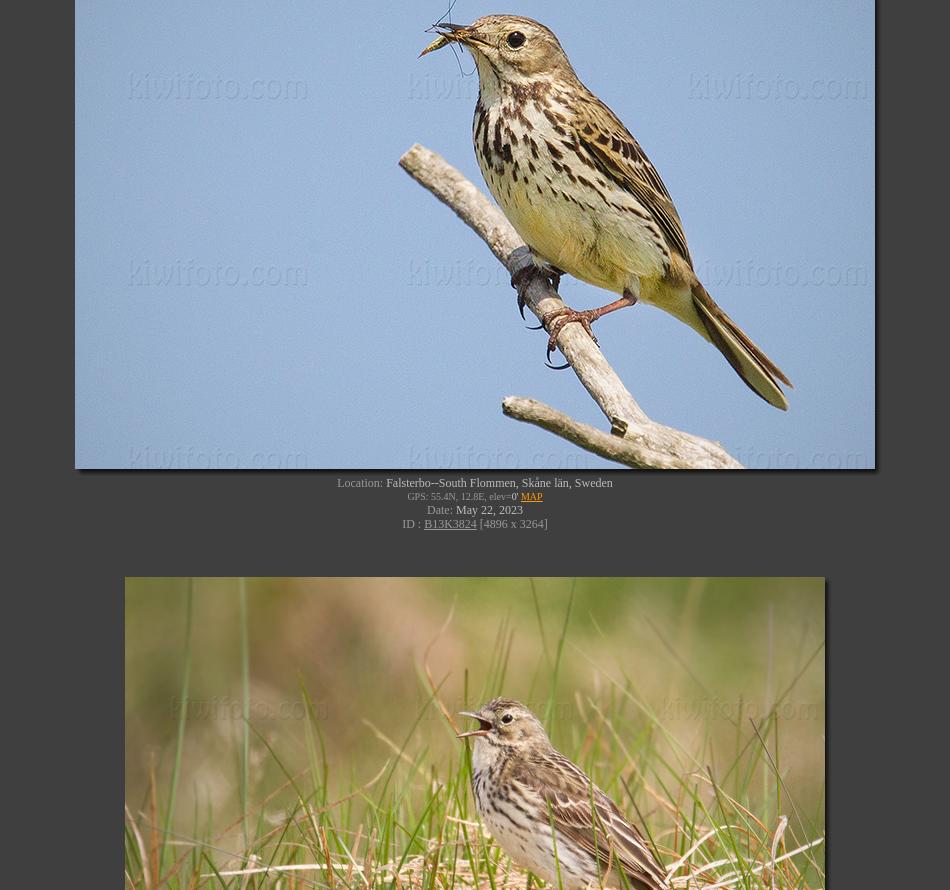 This screenshot has width=950, height=890. Describe the element at coordinates (440, 508) in the screenshot. I see `'Date:'` at that location.